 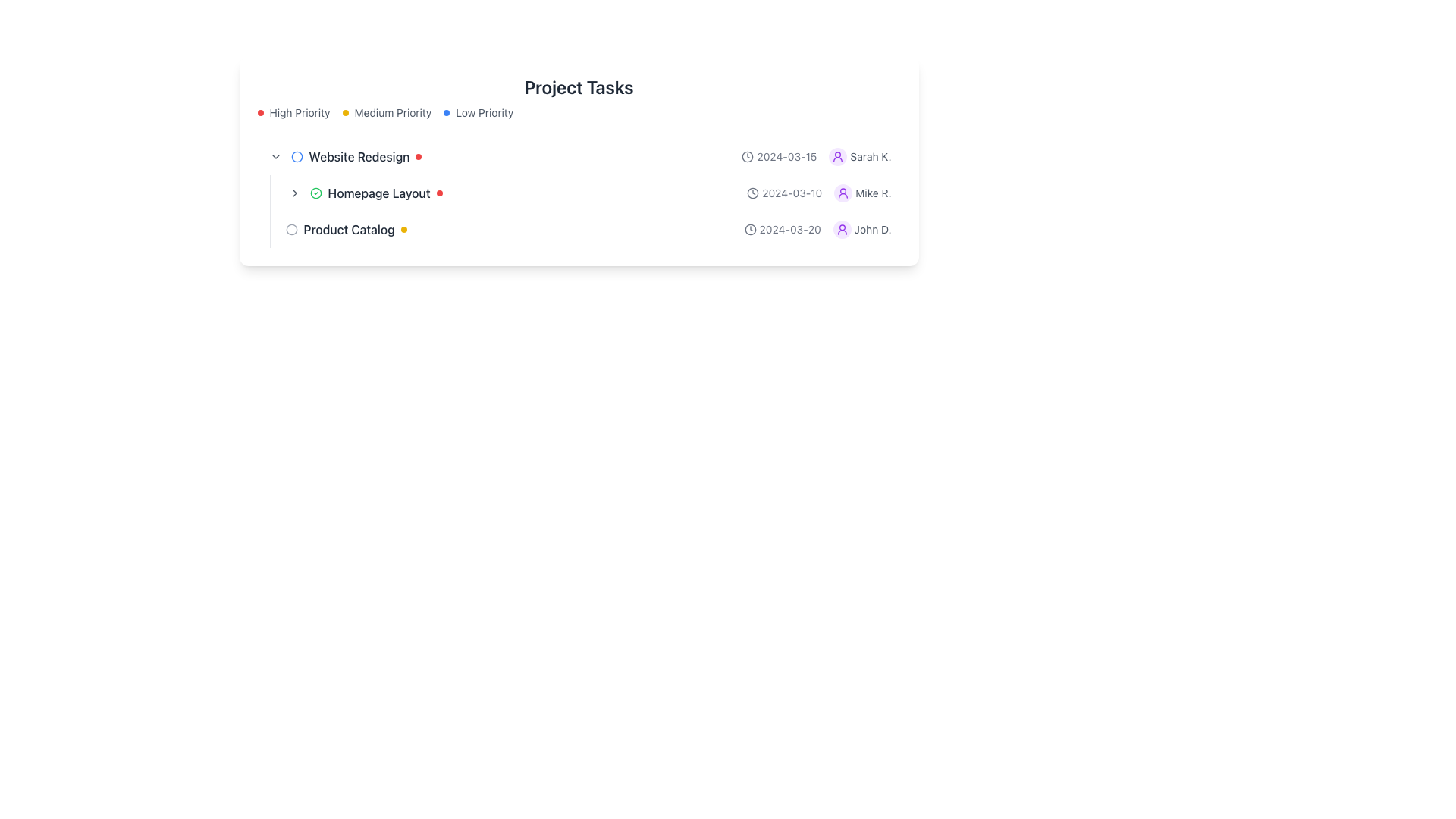 What do you see at coordinates (862, 192) in the screenshot?
I see `the user information label indicating 'Mike R.' which is located in the second row of the task details list, positioned between the date '2024-03-10' and the adjacent task name` at bounding box center [862, 192].